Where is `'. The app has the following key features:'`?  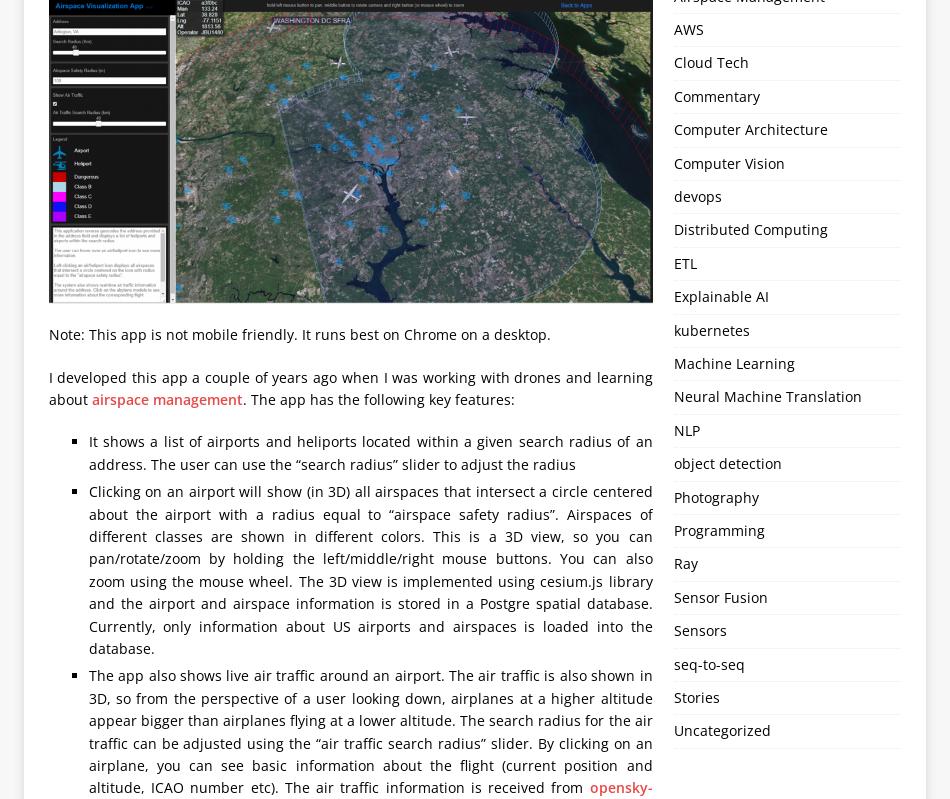
'. The app has the following key features:' is located at coordinates (377, 399).